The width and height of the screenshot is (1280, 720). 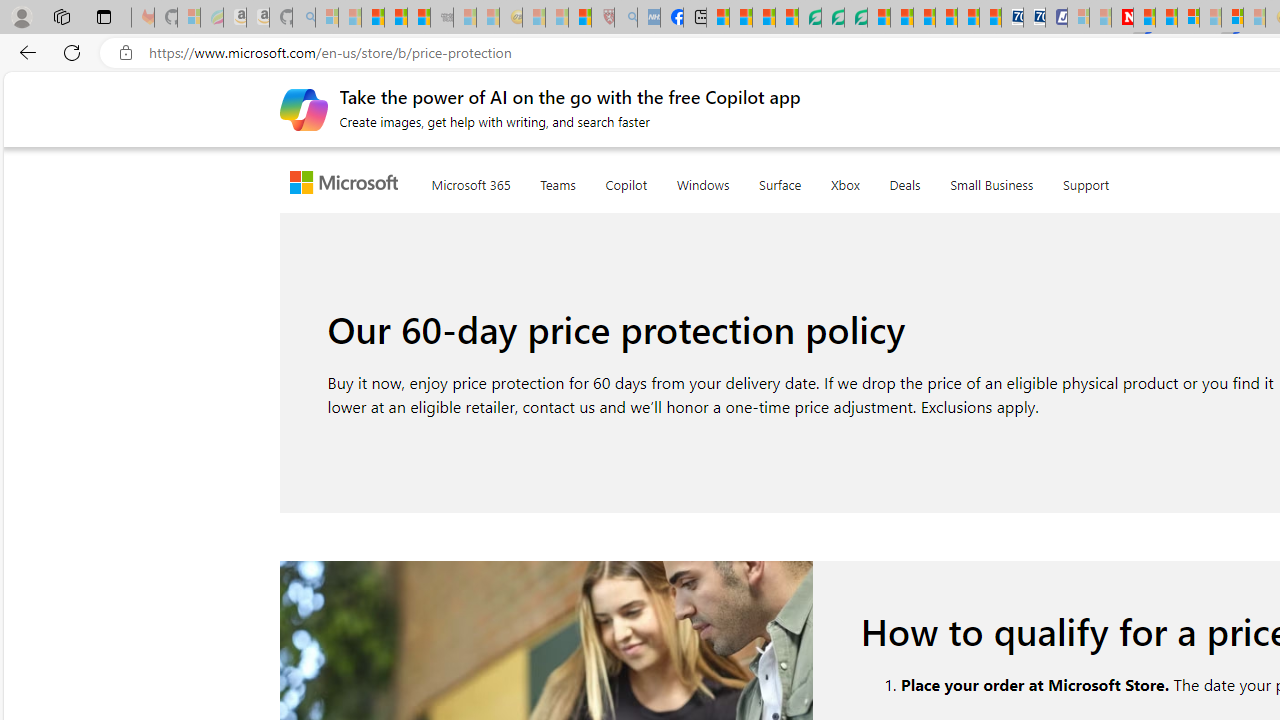 What do you see at coordinates (624, 181) in the screenshot?
I see `'Copilot'` at bounding box center [624, 181].